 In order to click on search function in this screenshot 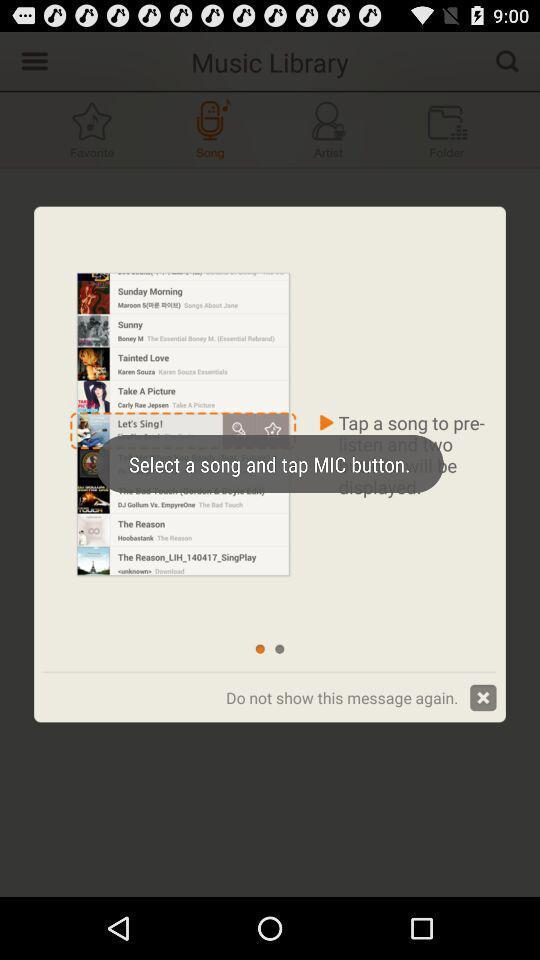, I will do `click(507, 59)`.